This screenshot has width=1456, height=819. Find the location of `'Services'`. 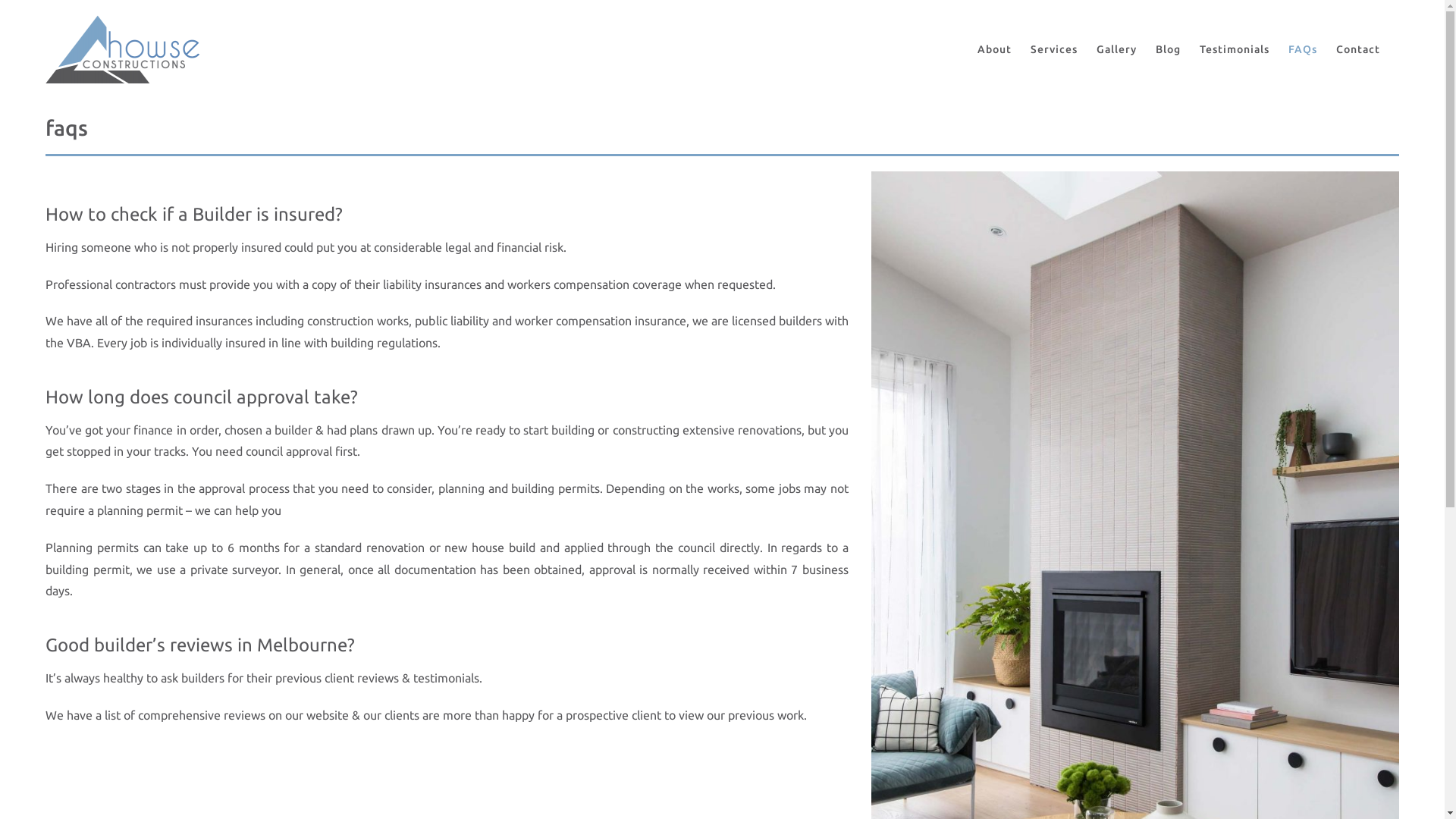

'Services' is located at coordinates (1053, 49).